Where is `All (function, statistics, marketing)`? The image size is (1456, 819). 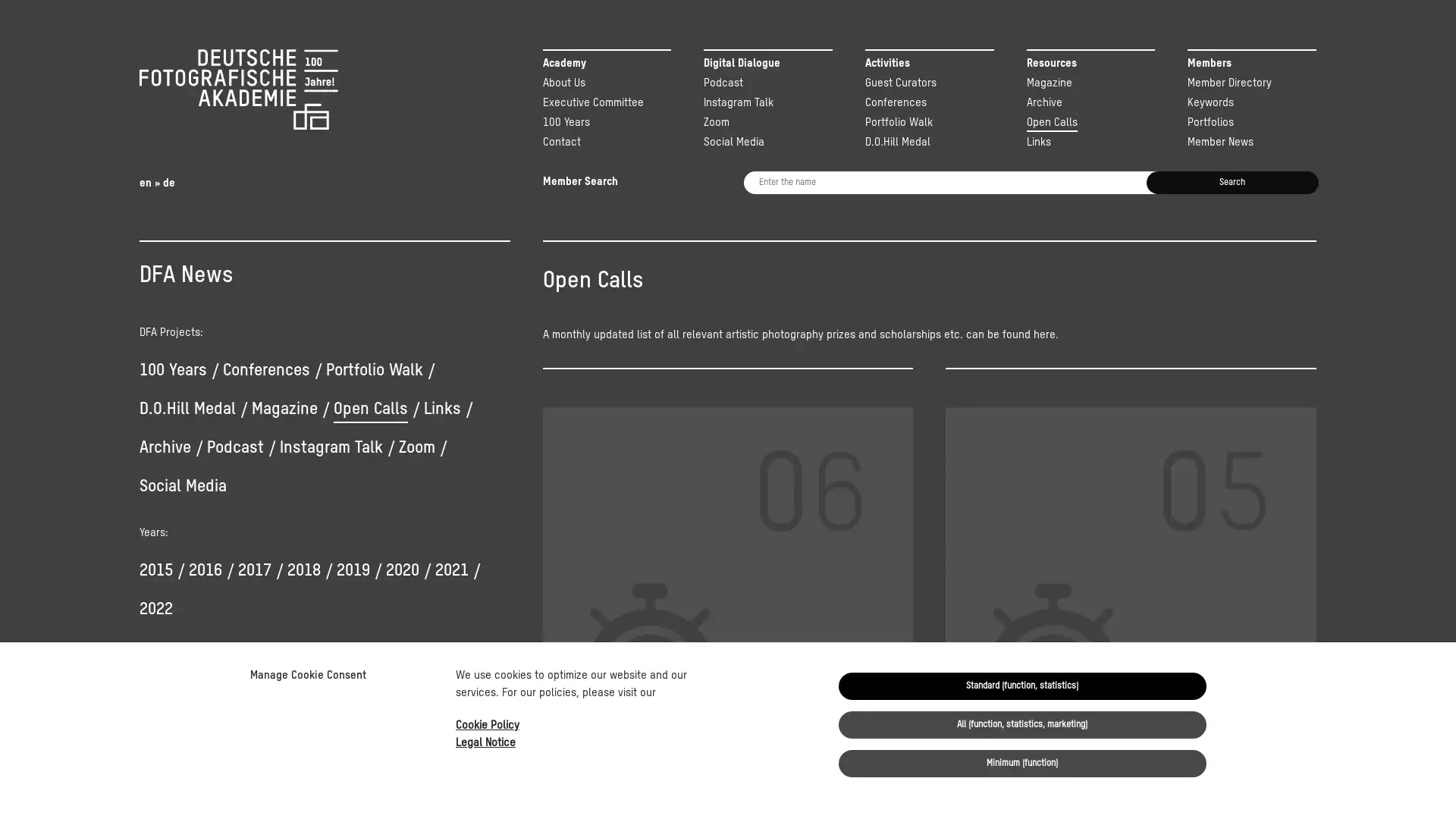 All (function, statistics, marketing) is located at coordinates (1021, 724).